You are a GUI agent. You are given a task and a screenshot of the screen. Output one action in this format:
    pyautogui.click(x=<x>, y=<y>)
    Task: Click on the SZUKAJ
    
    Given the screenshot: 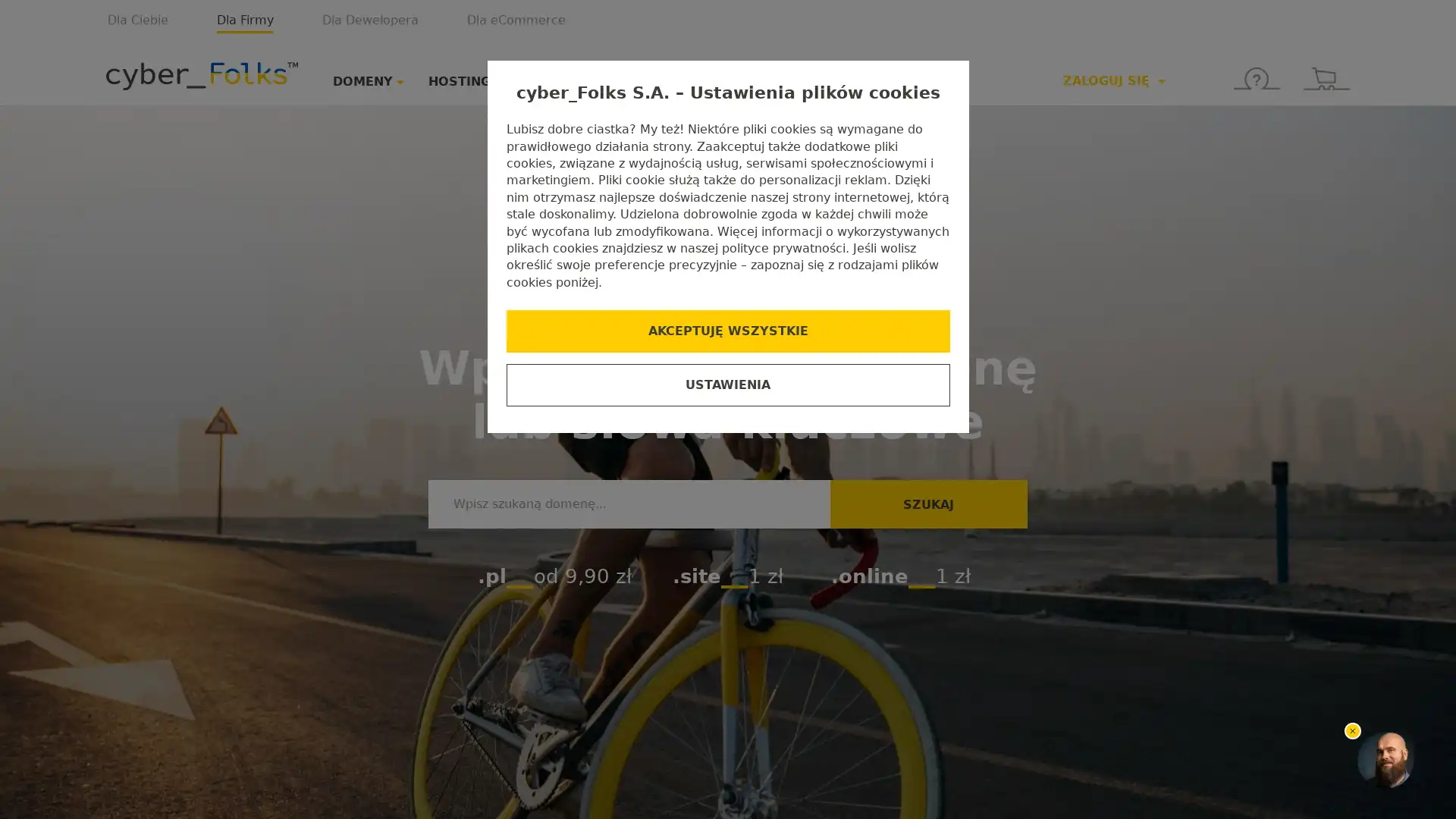 What is the action you would take?
    pyautogui.click(x=927, y=503)
    